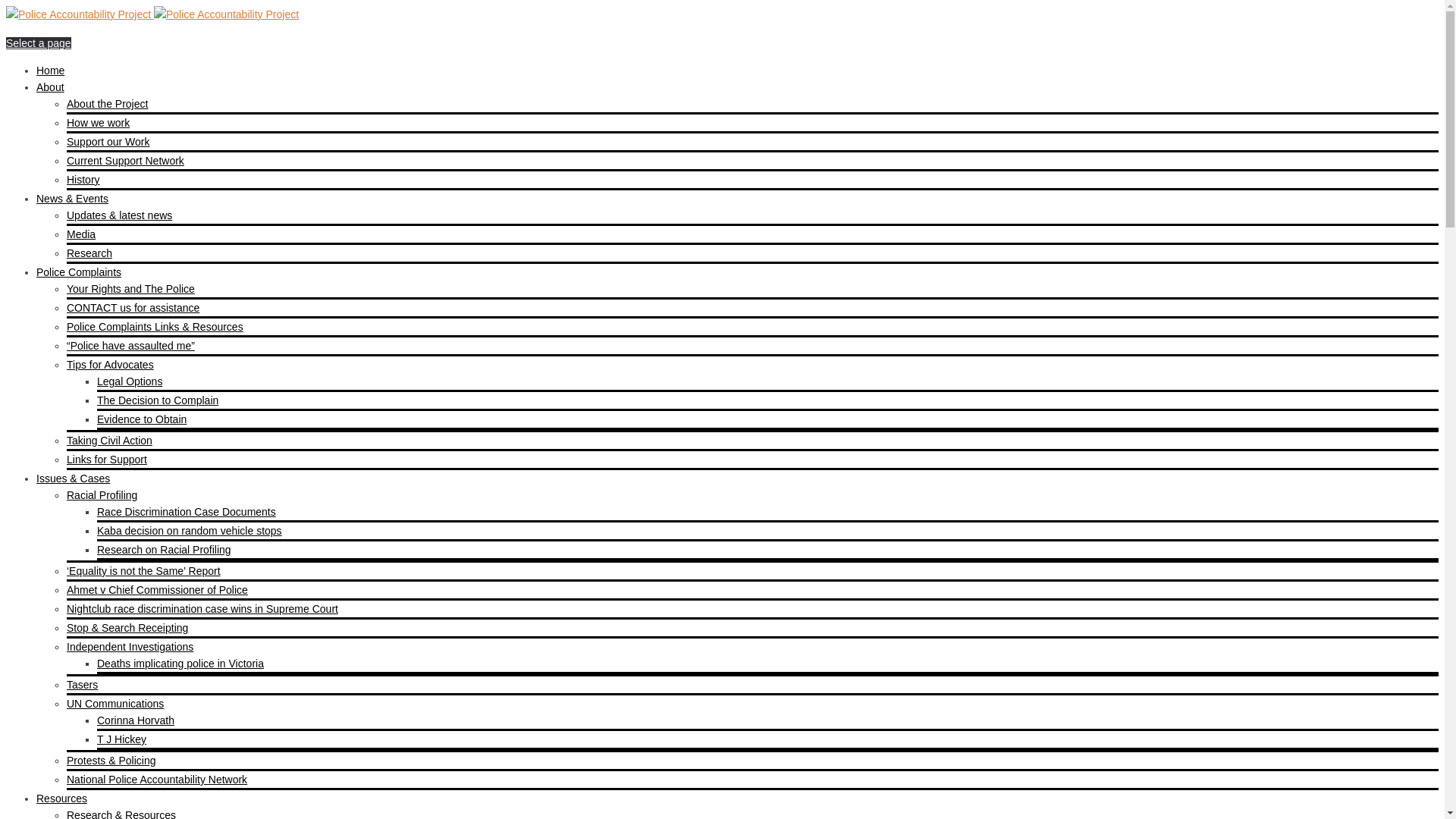 Image resolution: width=1456 pixels, height=819 pixels. I want to click on 'Kaba decision on random vehicle stops', so click(188, 529).